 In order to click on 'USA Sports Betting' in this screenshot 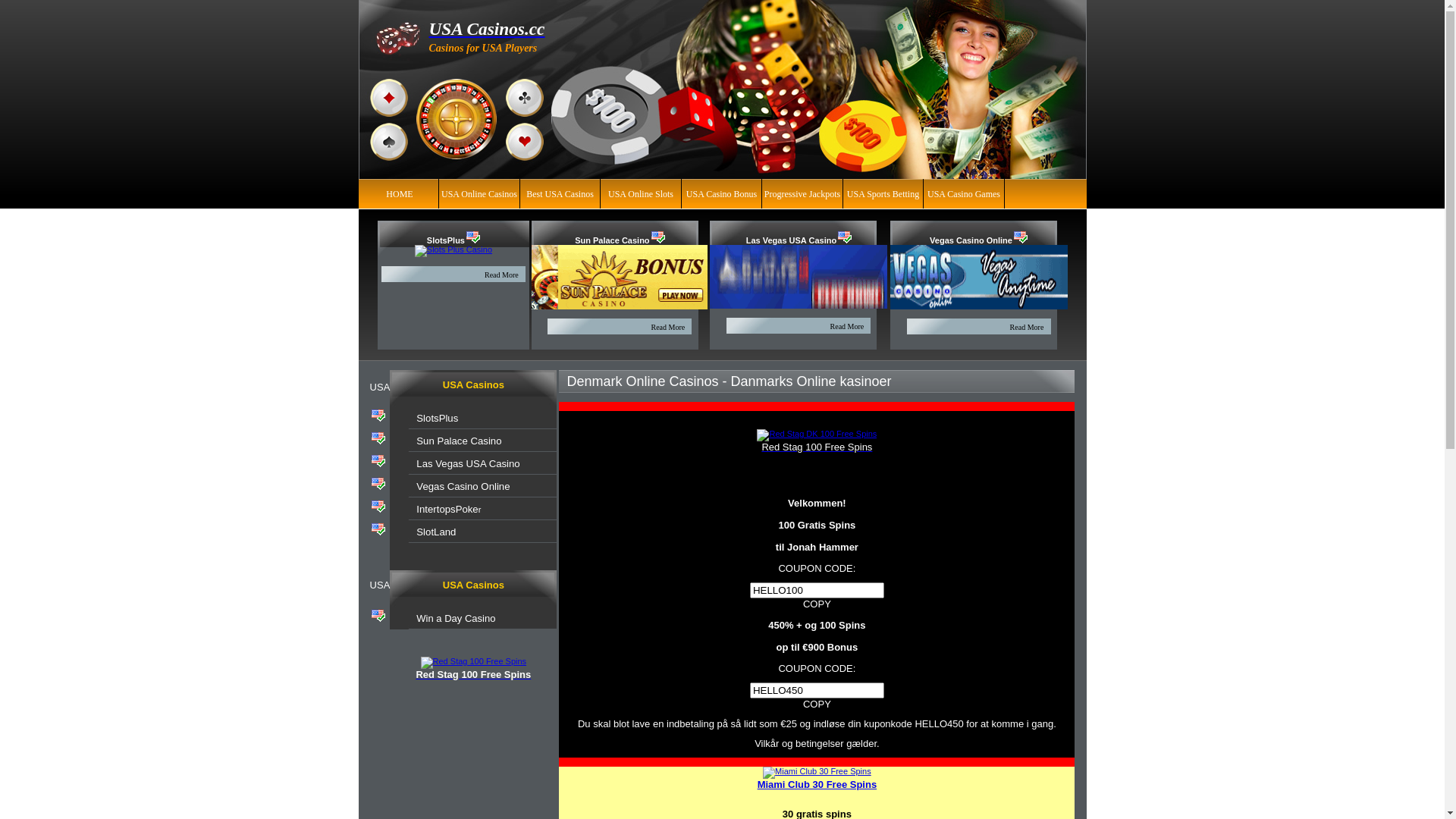, I will do `click(883, 192)`.